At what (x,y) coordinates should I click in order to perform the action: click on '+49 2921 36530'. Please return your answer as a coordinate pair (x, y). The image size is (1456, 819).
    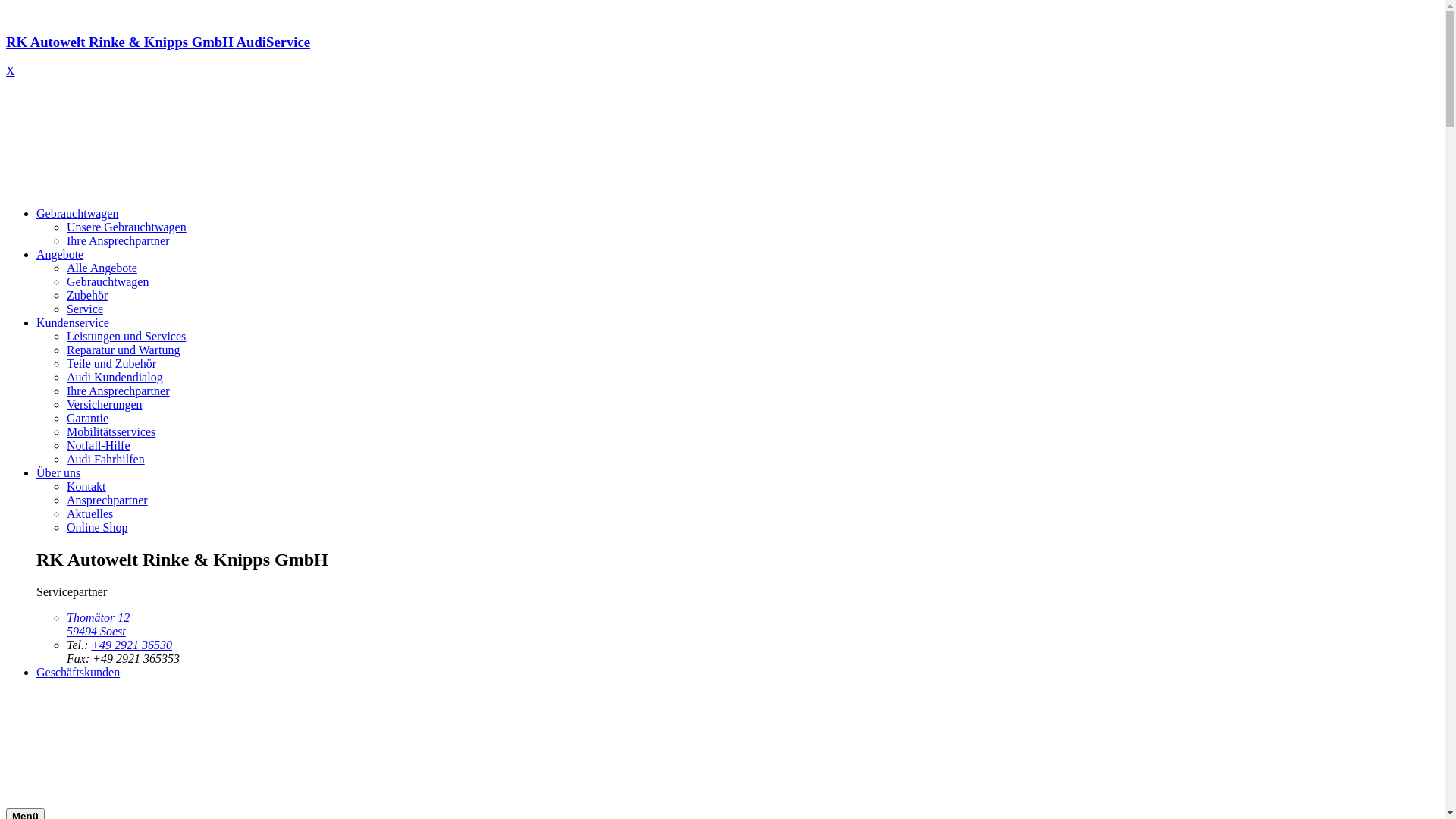
    Looking at the image, I should click on (131, 645).